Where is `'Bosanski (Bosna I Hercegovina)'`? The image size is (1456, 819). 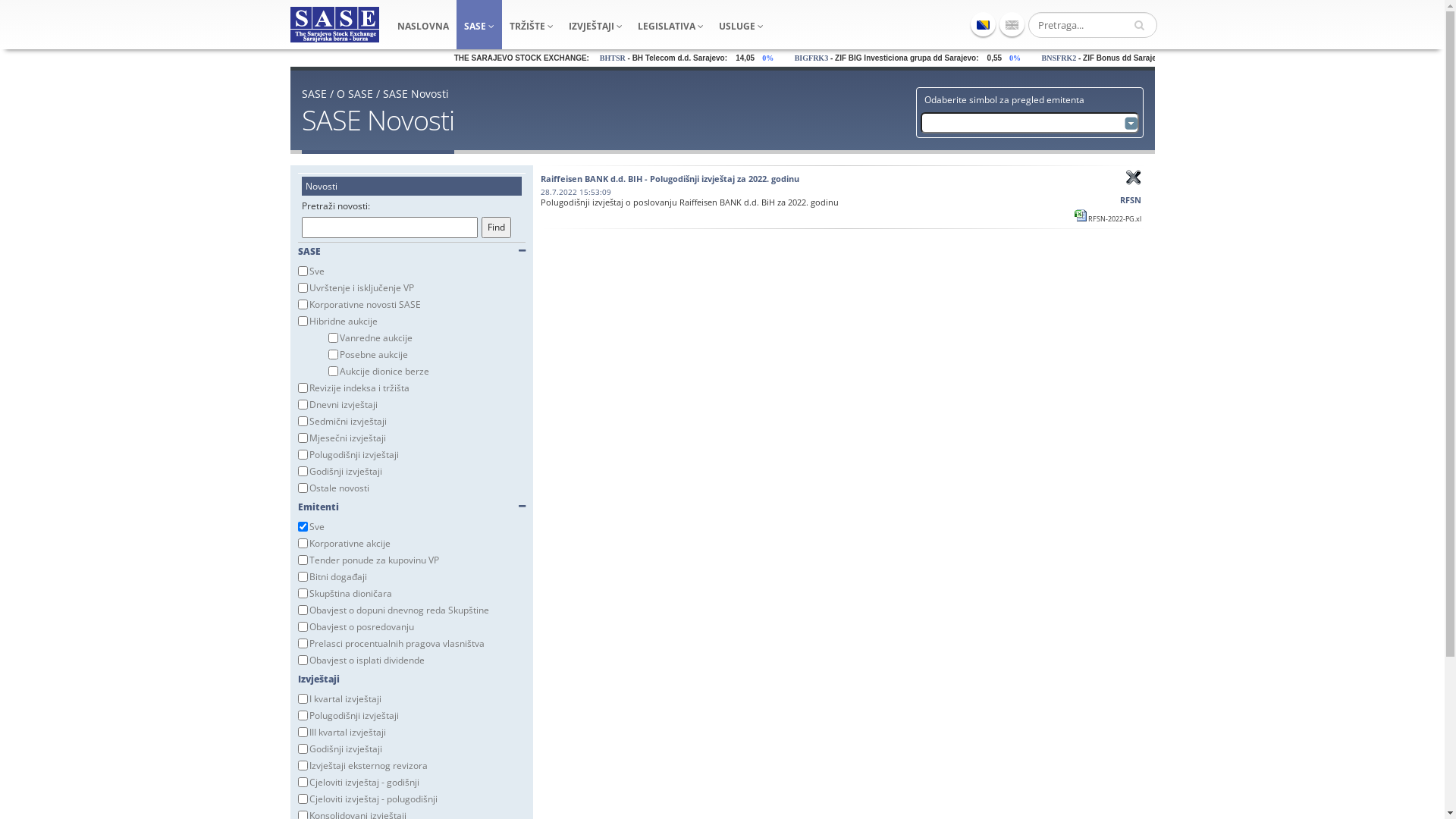 'Bosanski (Bosna I Hercegovina)' is located at coordinates (983, 24).